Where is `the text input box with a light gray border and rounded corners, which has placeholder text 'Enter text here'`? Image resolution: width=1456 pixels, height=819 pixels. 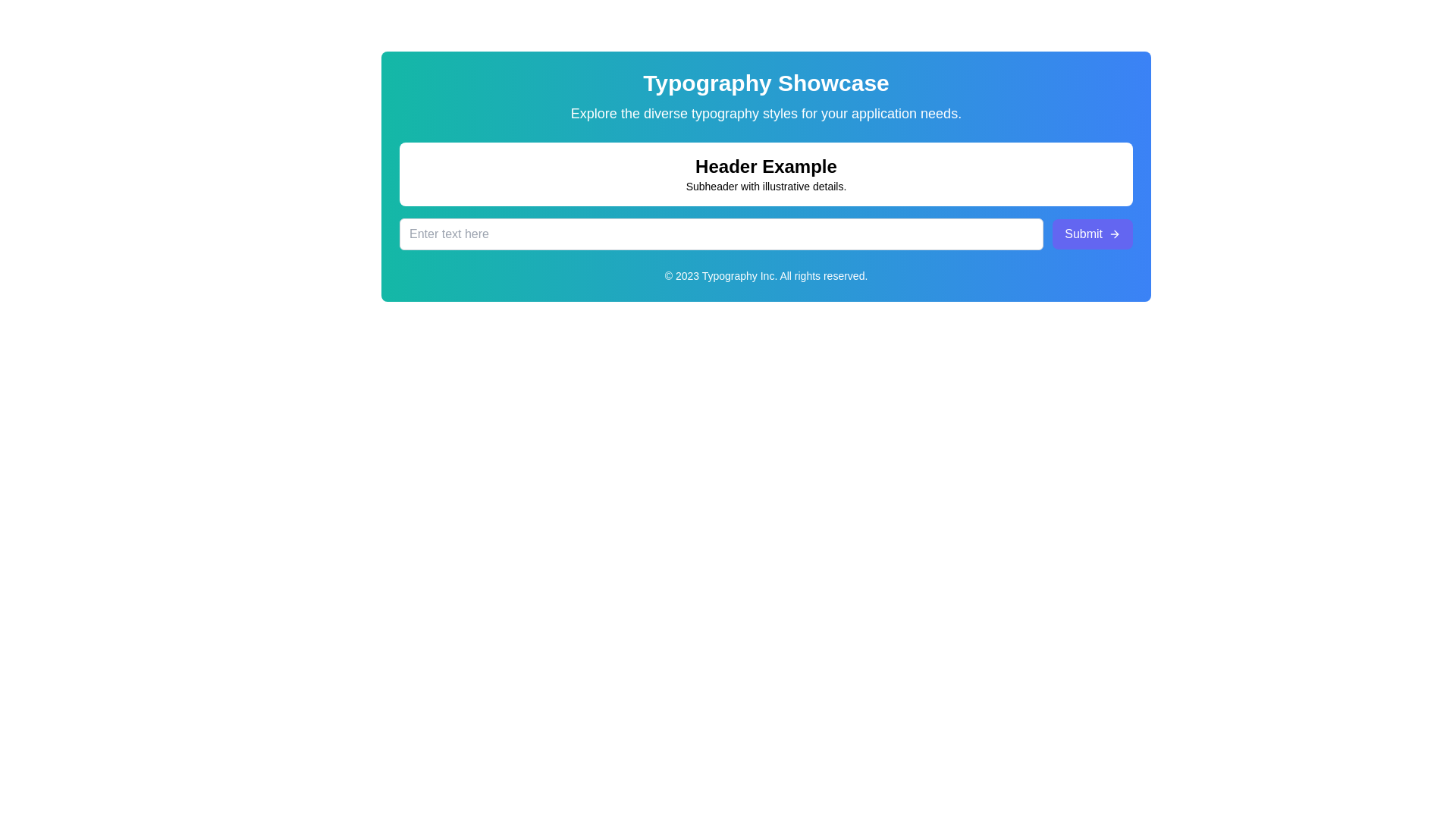 the text input box with a light gray border and rounded corners, which has placeholder text 'Enter text here' is located at coordinates (720, 234).